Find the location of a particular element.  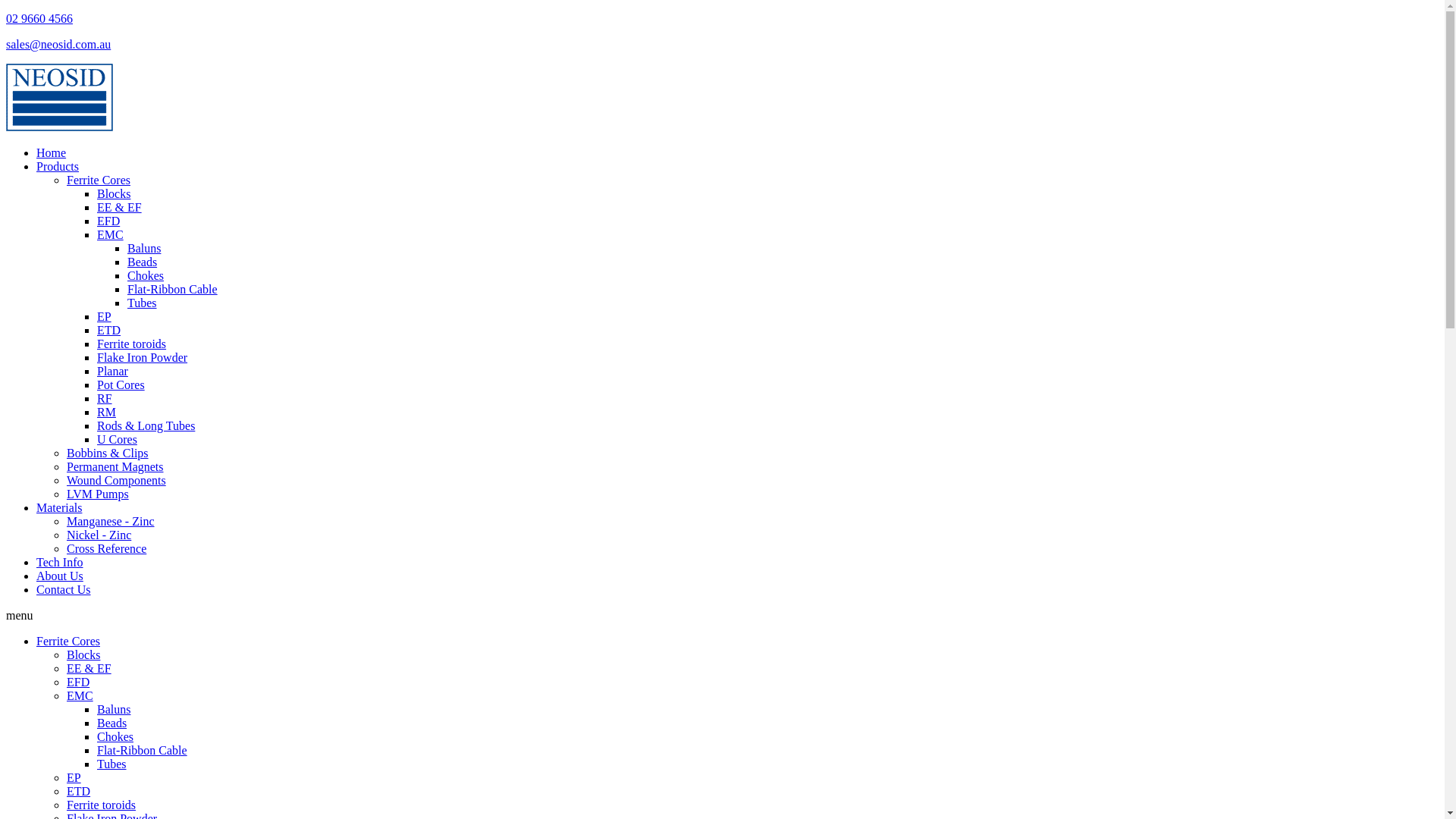

'Chokes' is located at coordinates (146, 275).